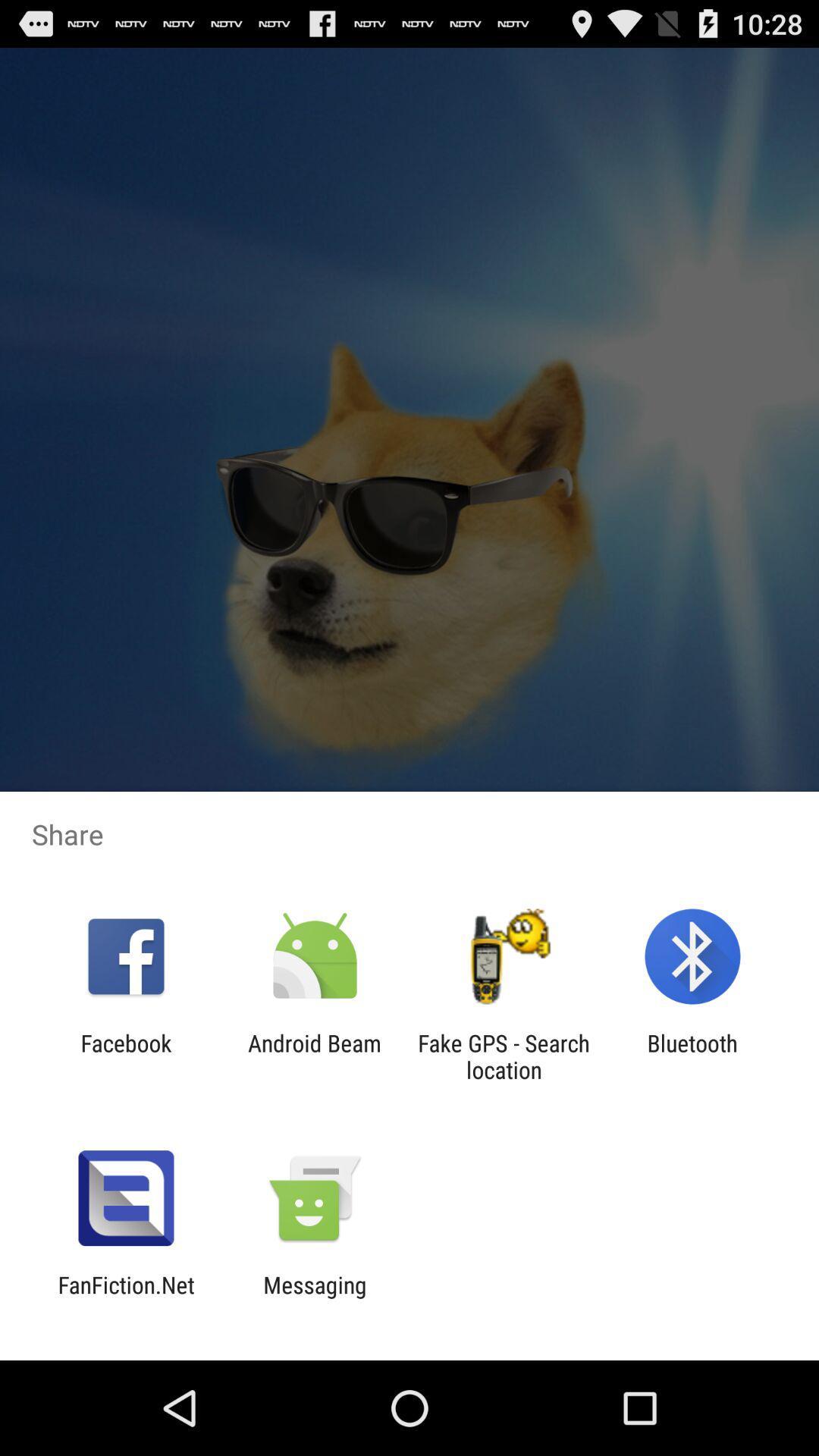 The height and width of the screenshot is (1456, 819). Describe the element at coordinates (692, 1056) in the screenshot. I see `the app next to fake gps search app` at that location.